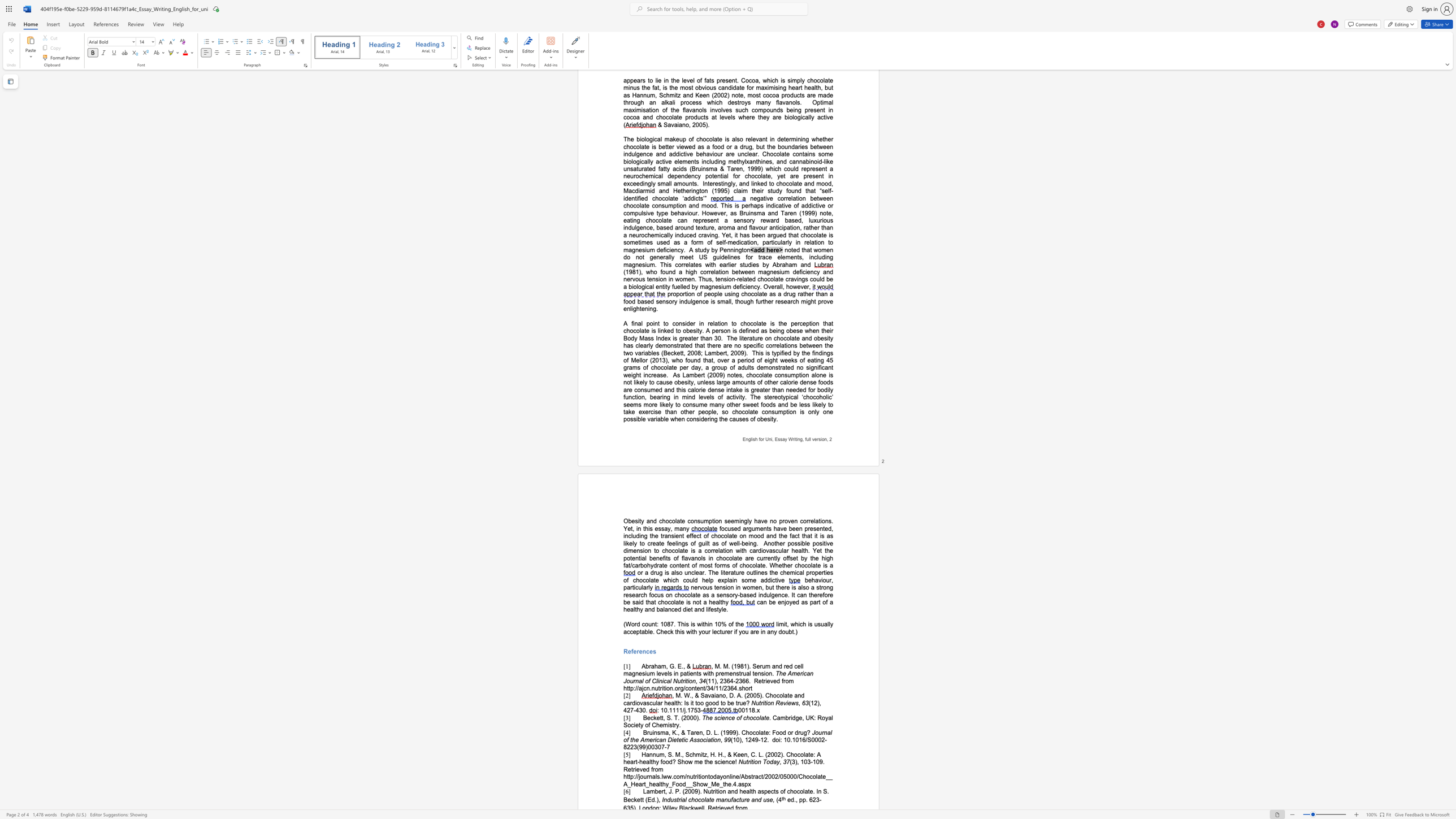  What do you see at coordinates (691, 703) in the screenshot?
I see `the subset text "it too good to b" within the text ", M. W., & Savaiano, D. A. (2005). Chocolate and cardiovascular health: Is it too good to be true?"` at bounding box center [691, 703].